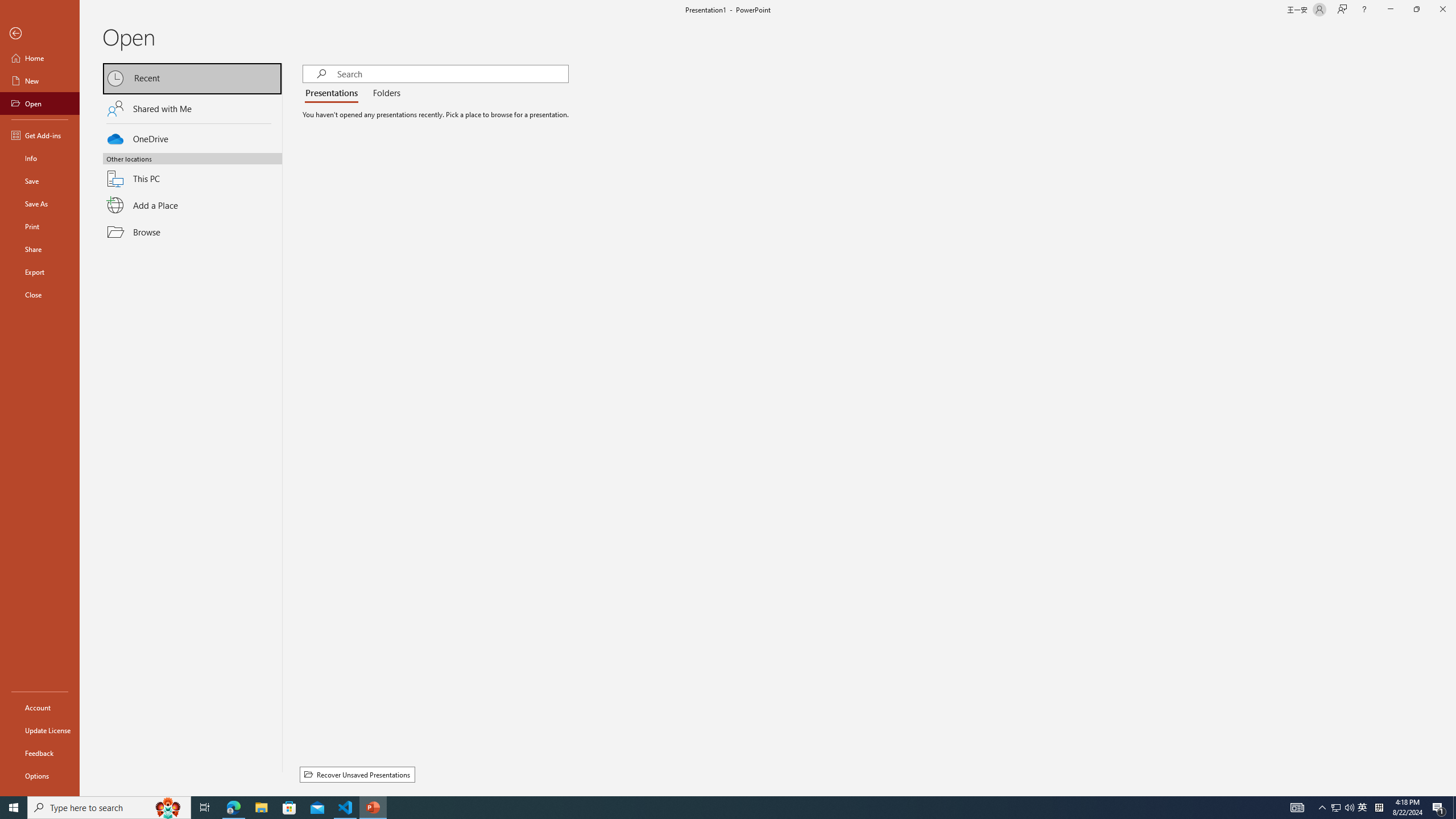 This screenshot has width=1456, height=819. What do you see at coordinates (39, 226) in the screenshot?
I see `'Print'` at bounding box center [39, 226].